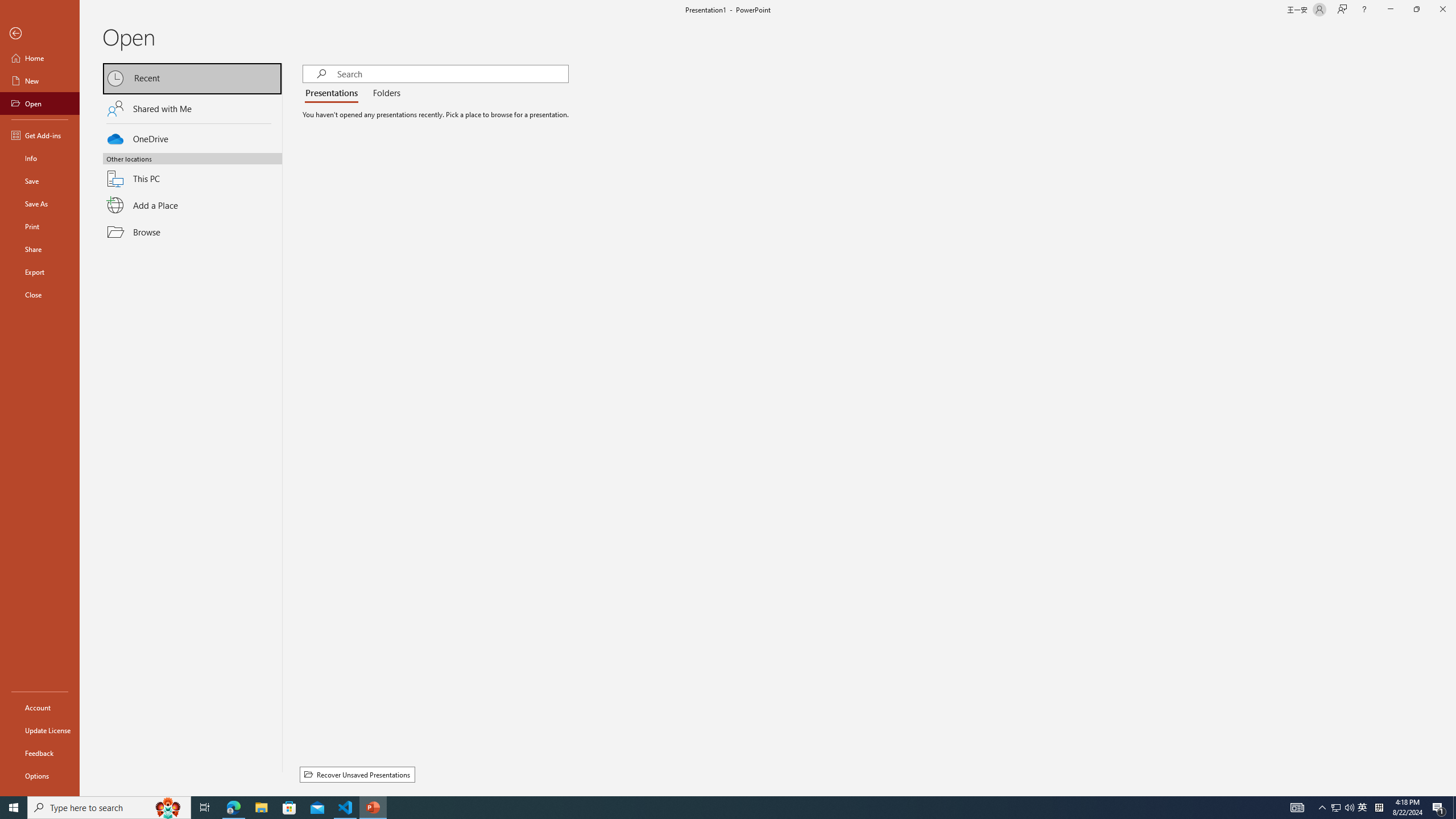 This screenshot has width=1456, height=819. What do you see at coordinates (39, 226) in the screenshot?
I see `'Print'` at bounding box center [39, 226].